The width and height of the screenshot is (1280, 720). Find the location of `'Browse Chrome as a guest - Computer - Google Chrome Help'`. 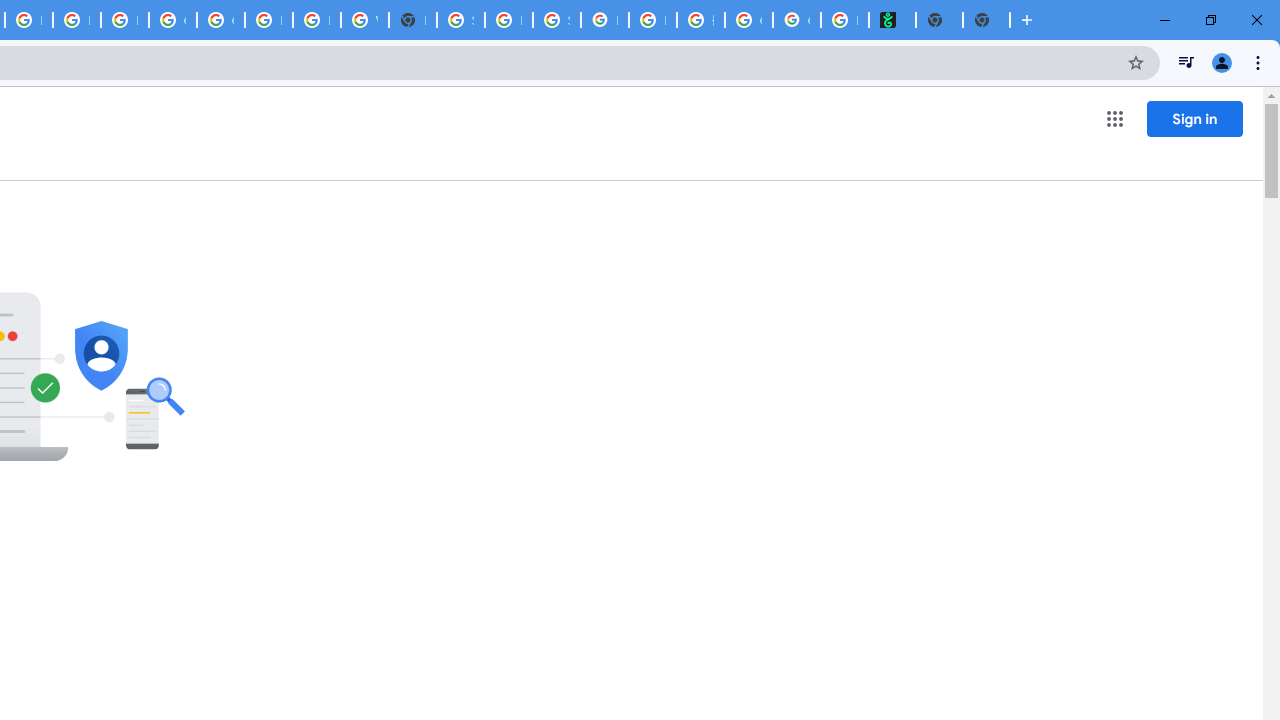

'Browse Chrome as a guest - Computer - Google Chrome Help' is located at coordinates (267, 20).